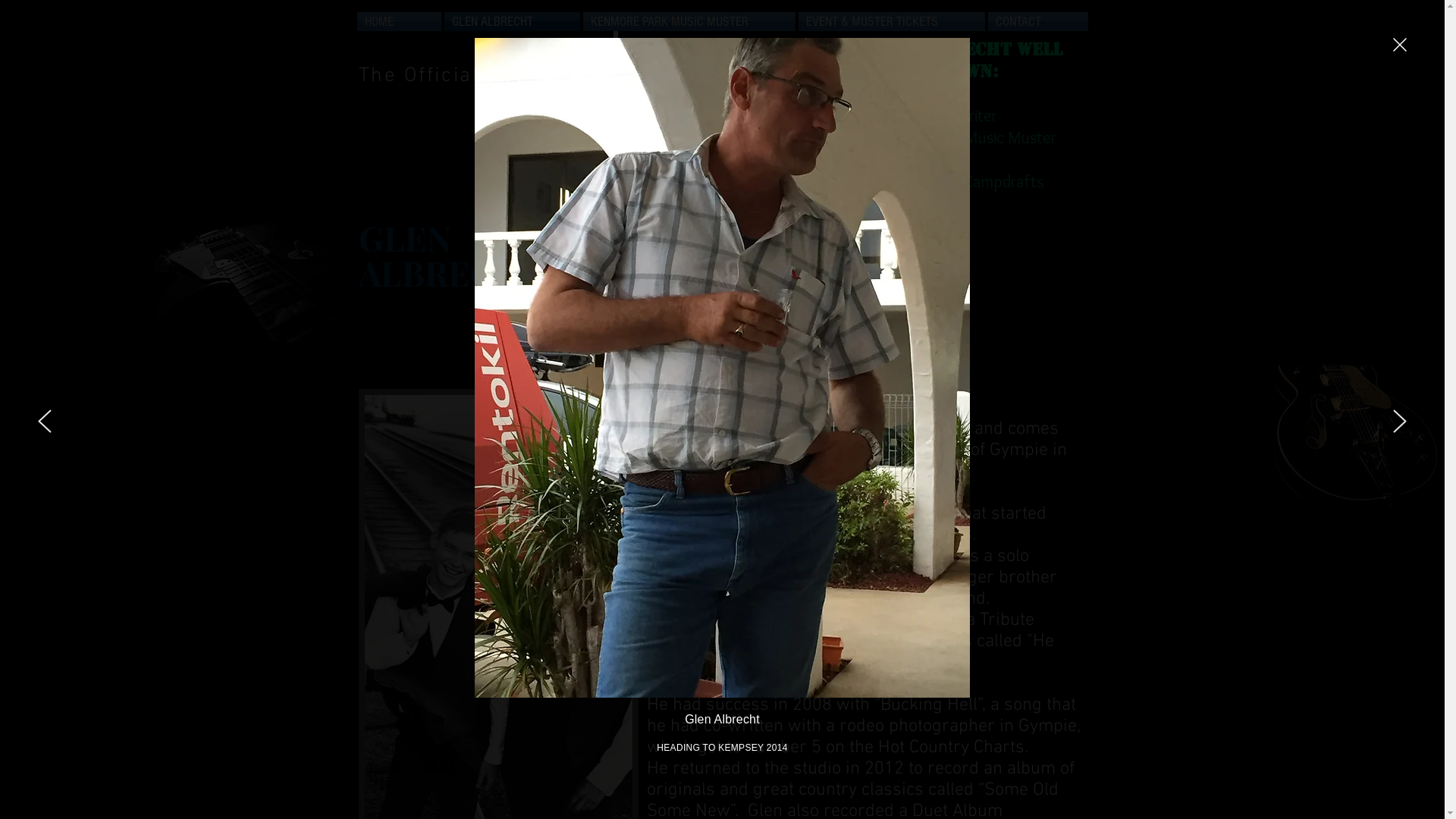 This screenshot has height=819, width=1456. What do you see at coordinates (399, 21) in the screenshot?
I see `'HOME'` at bounding box center [399, 21].